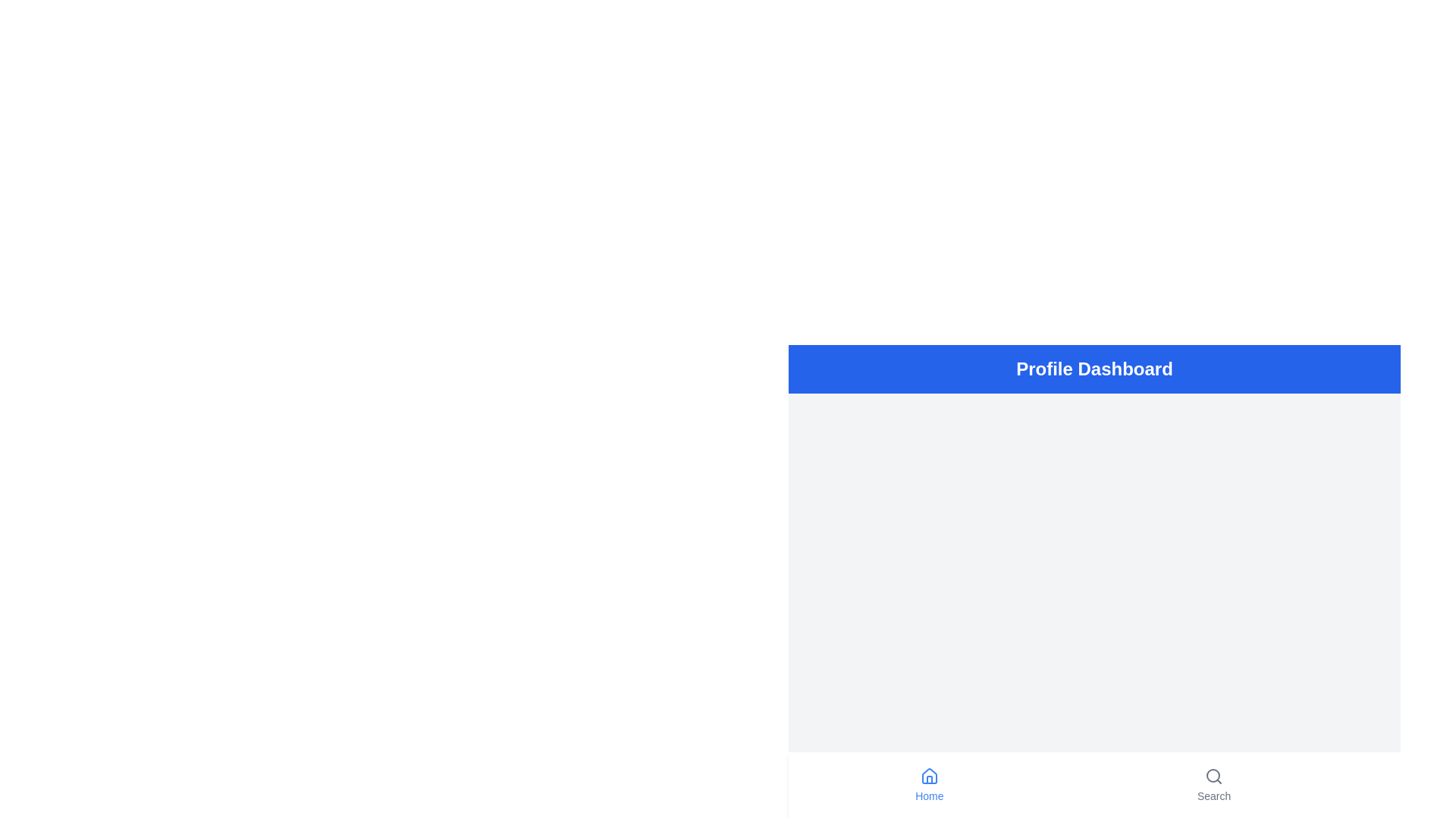 This screenshot has width=1456, height=819. I want to click on the circular decorative element of the magnifying glass icon, which has a radius of 8 units and is located at the bottom-right of the interface near the 'Search' label, so click(1213, 775).